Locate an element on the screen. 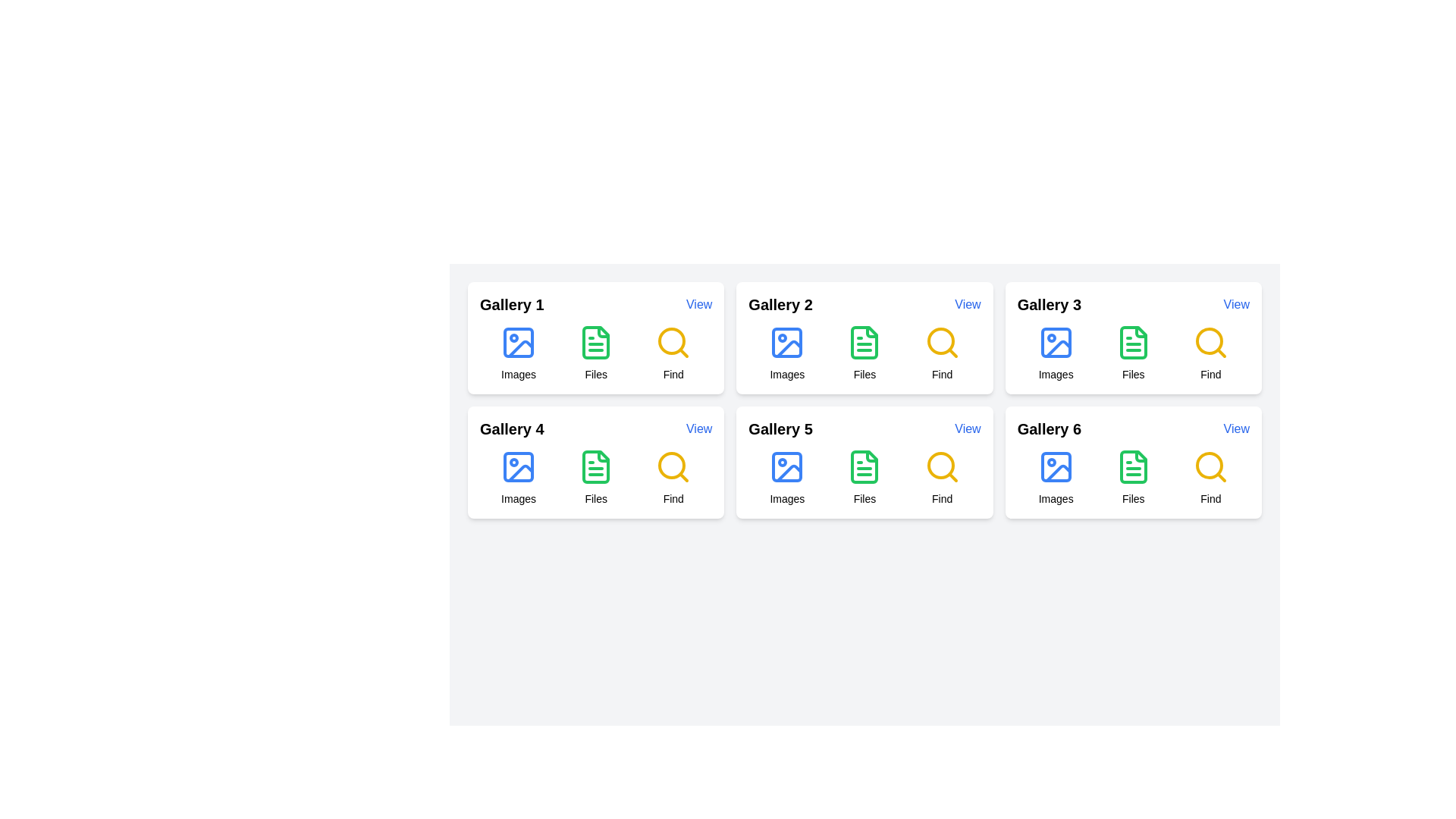 This screenshot has height=819, width=1456. the 'Files' icon located in the 'Gallery 5' section is located at coordinates (864, 466).